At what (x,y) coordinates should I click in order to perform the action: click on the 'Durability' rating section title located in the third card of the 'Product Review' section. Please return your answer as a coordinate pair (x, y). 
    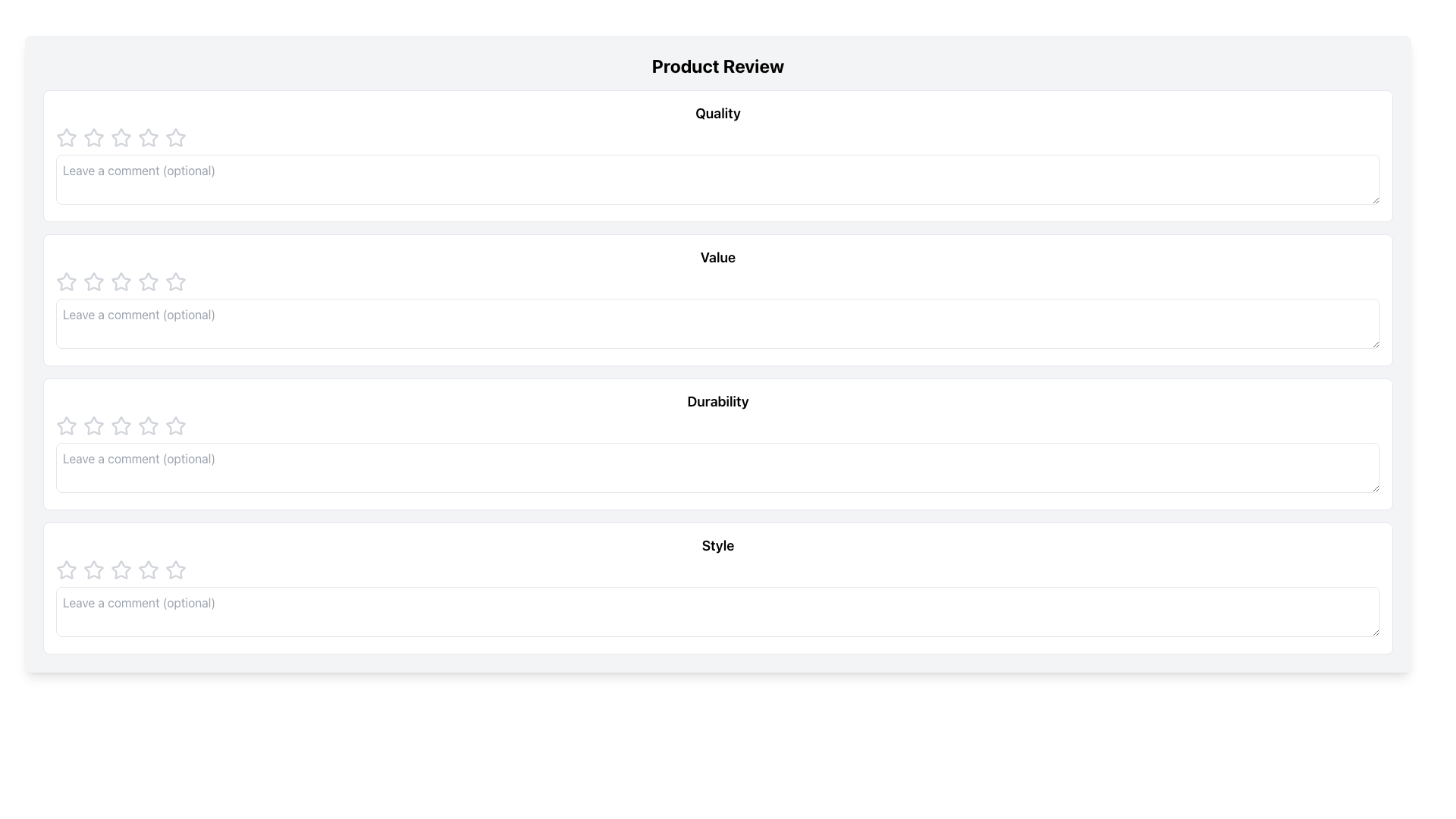
    Looking at the image, I should click on (717, 400).